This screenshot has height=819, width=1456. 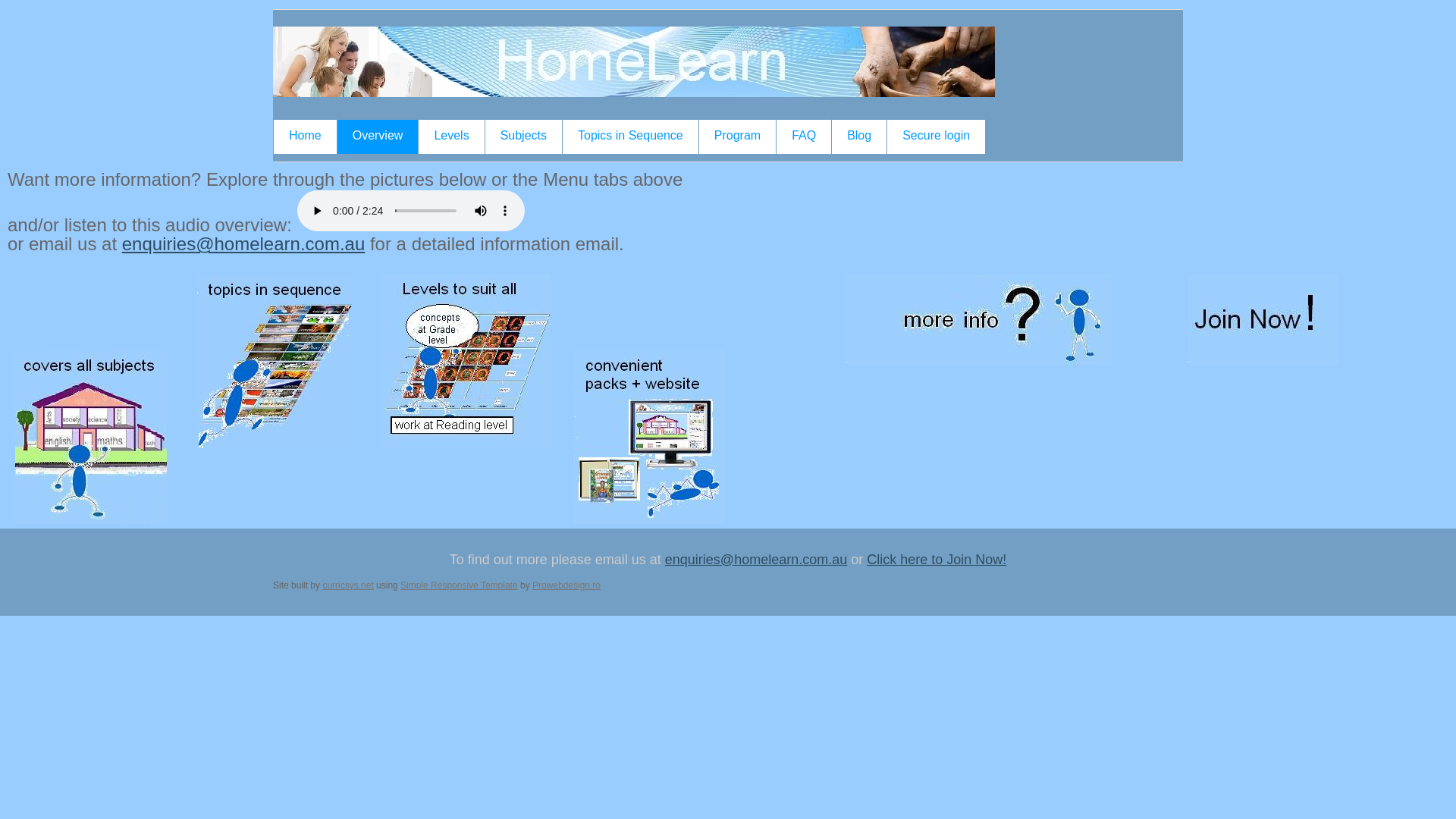 What do you see at coordinates (243, 243) in the screenshot?
I see `'enquiries@homelearn.com.au'` at bounding box center [243, 243].